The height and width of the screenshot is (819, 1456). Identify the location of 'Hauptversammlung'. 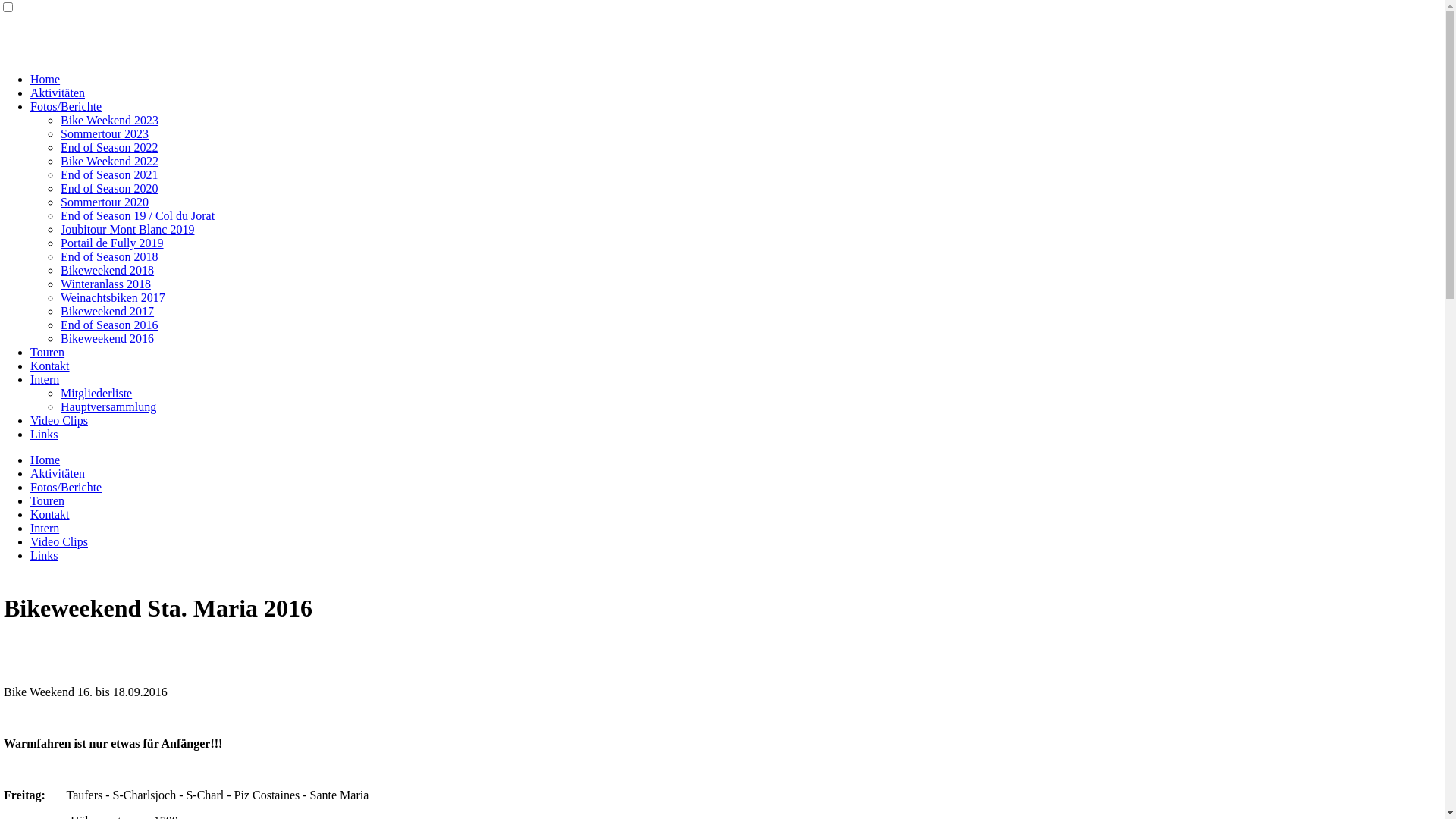
(108, 406).